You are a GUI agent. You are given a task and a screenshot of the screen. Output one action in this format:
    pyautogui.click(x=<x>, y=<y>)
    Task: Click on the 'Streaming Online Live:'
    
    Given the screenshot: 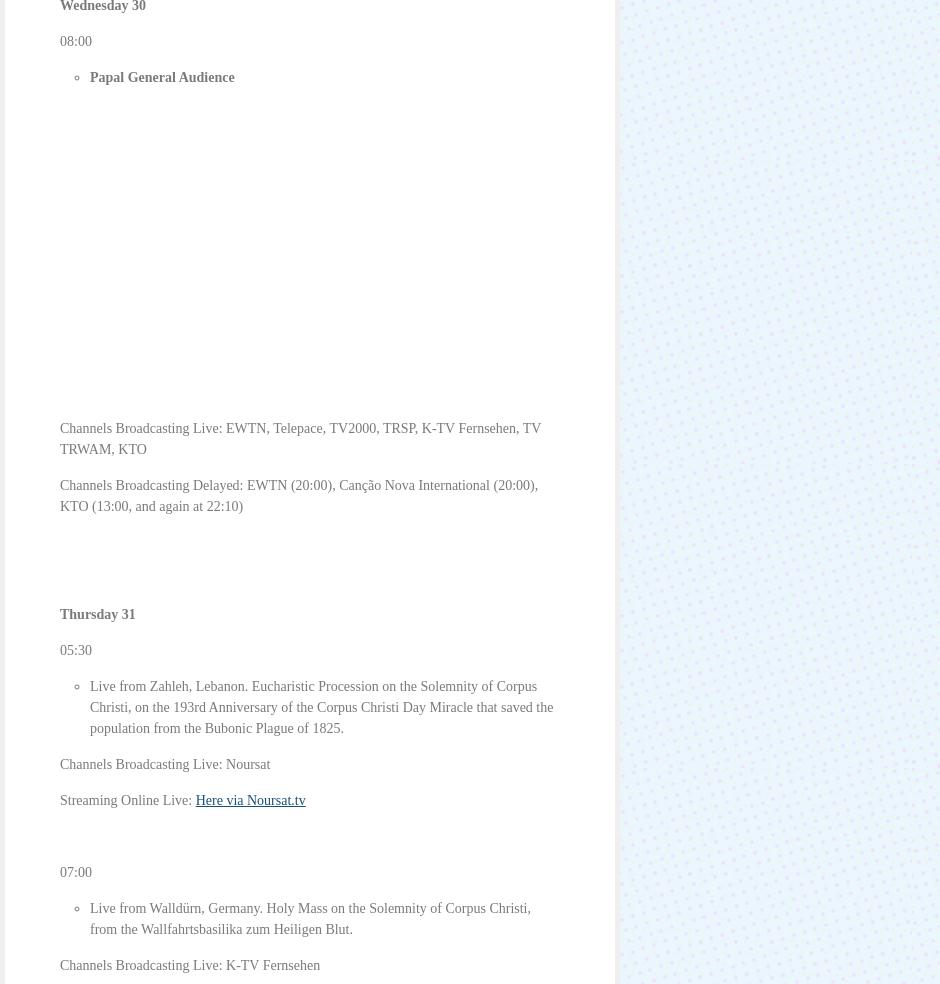 What is the action you would take?
    pyautogui.click(x=126, y=799)
    